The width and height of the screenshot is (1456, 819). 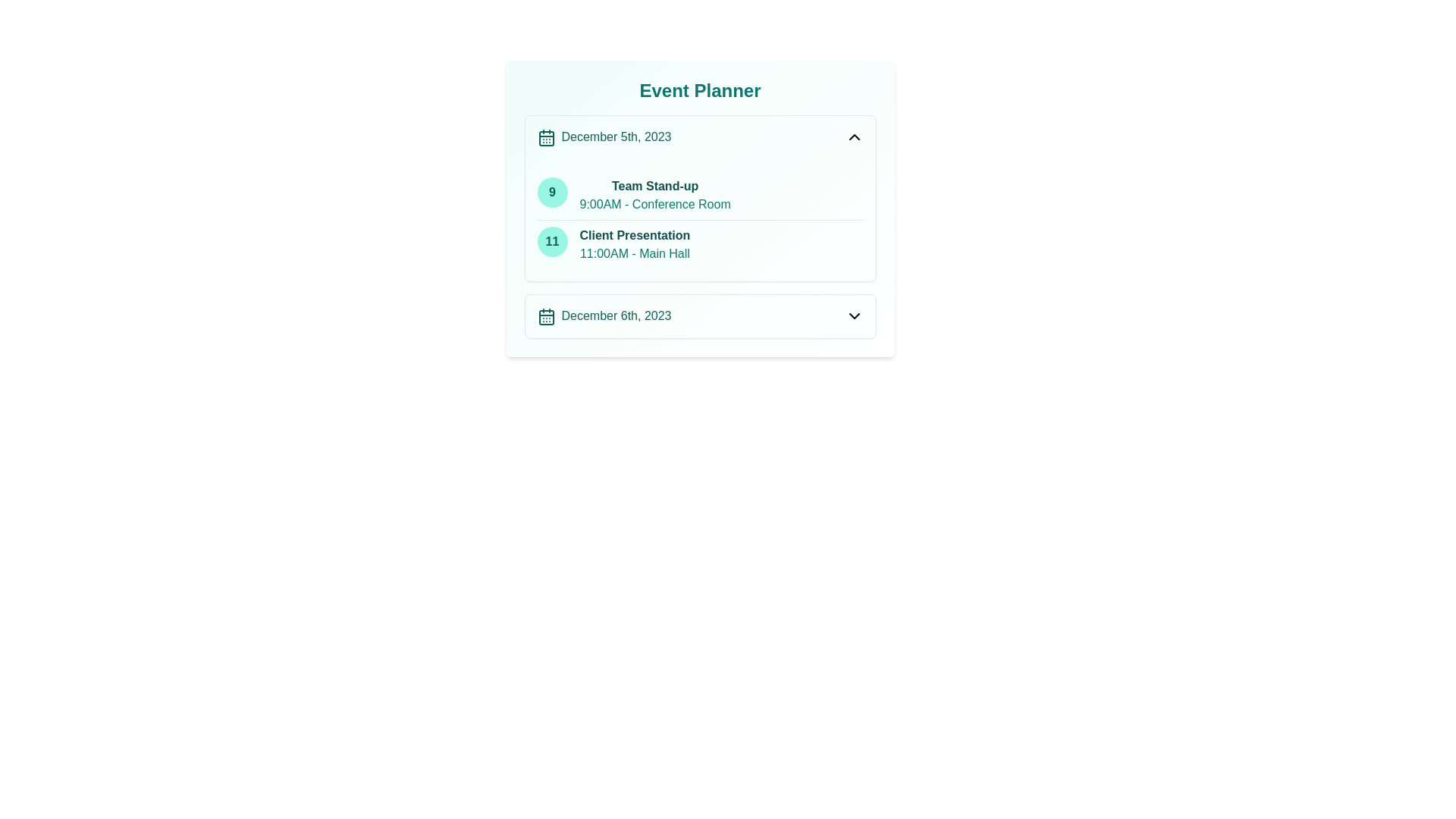 What do you see at coordinates (579, 185) in the screenshot?
I see `the text 'Team Stand-up' for copying` at bounding box center [579, 185].